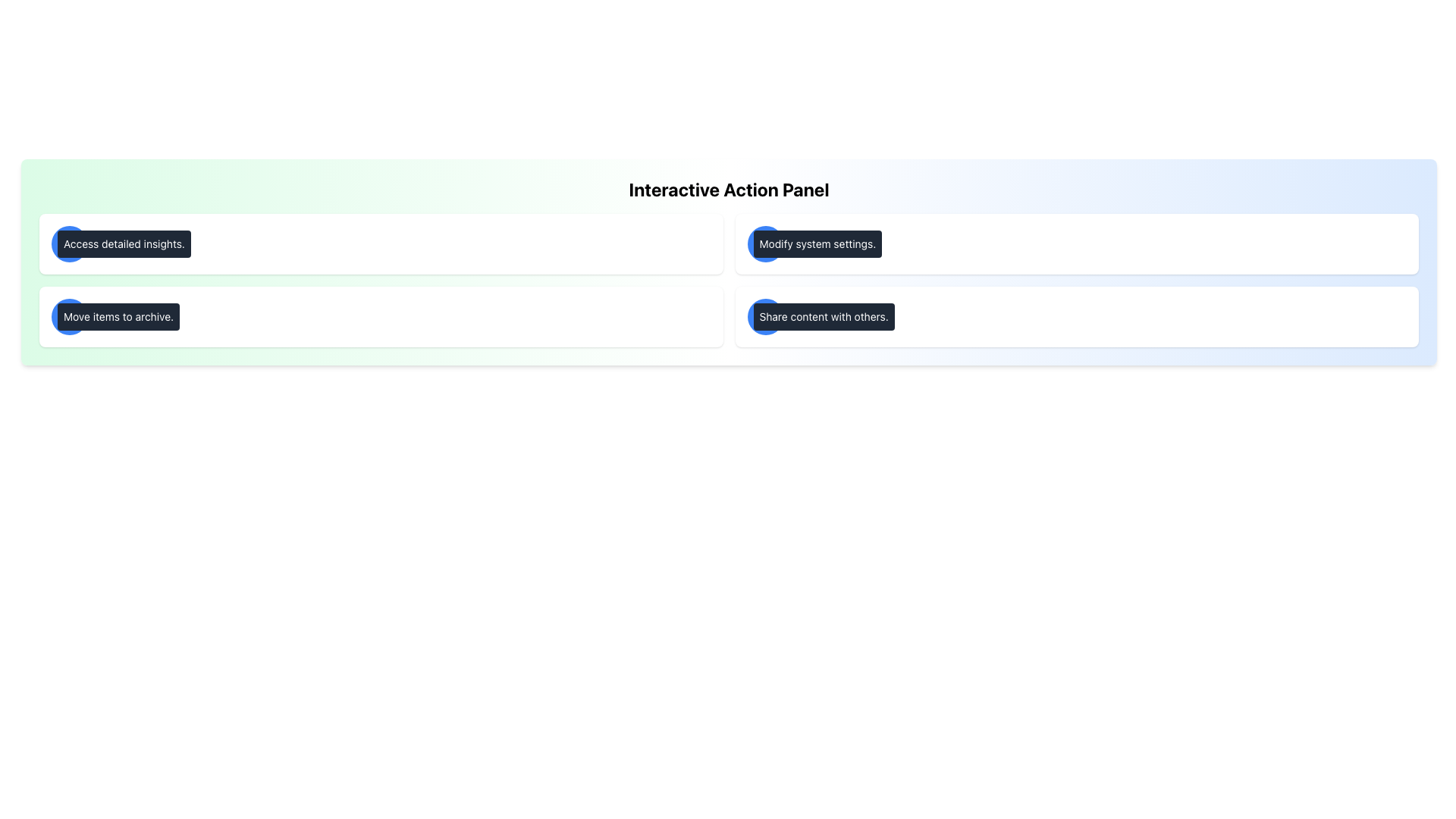 This screenshot has height=819, width=1456. I want to click on the text label indicating the action of archiving, located to the right of the circular blue icon within the second rectangular card in a vertical list, so click(124, 315).